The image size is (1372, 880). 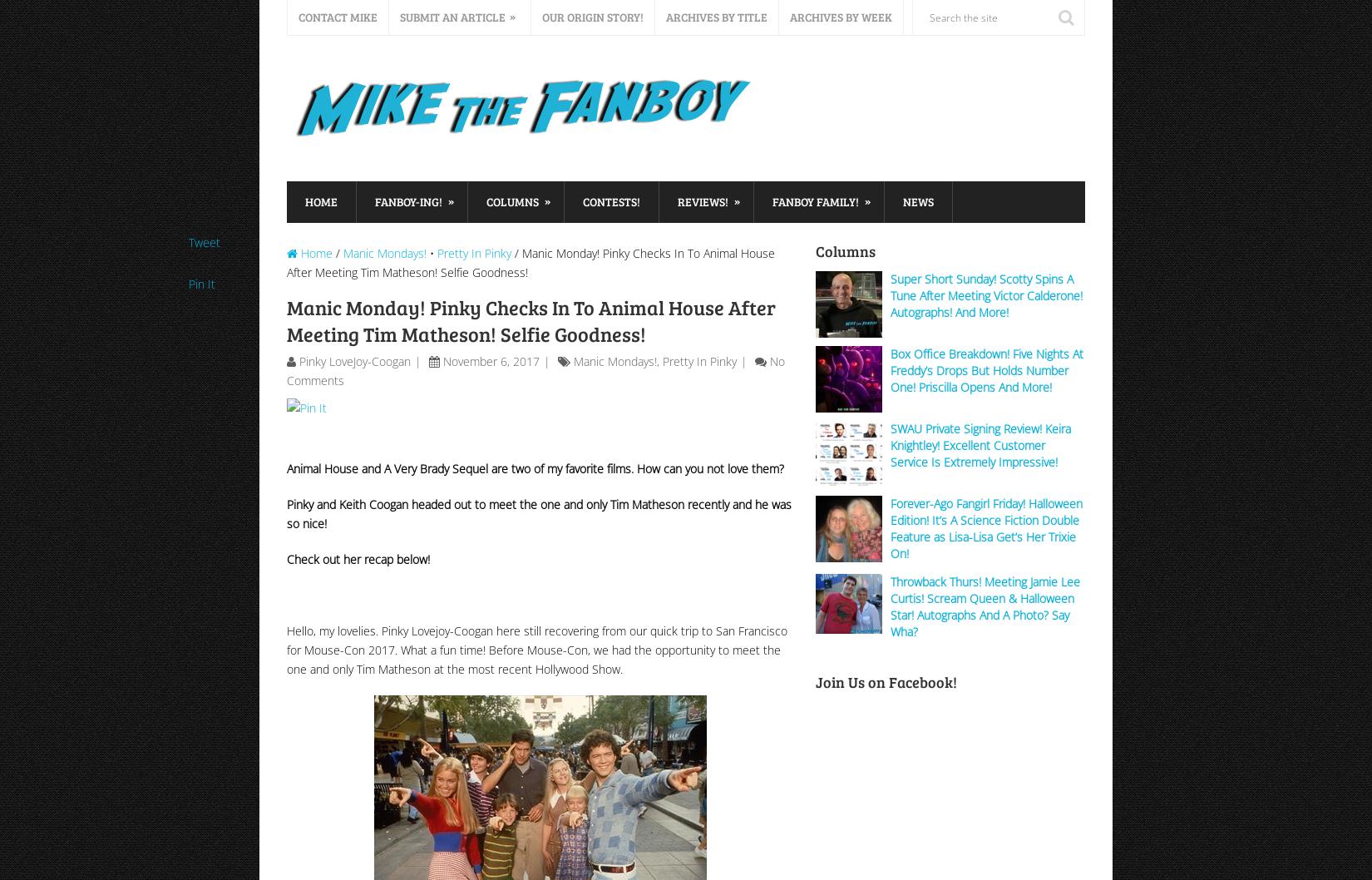 I want to click on 'Check out her recap below!', so click(x=357, y=558).